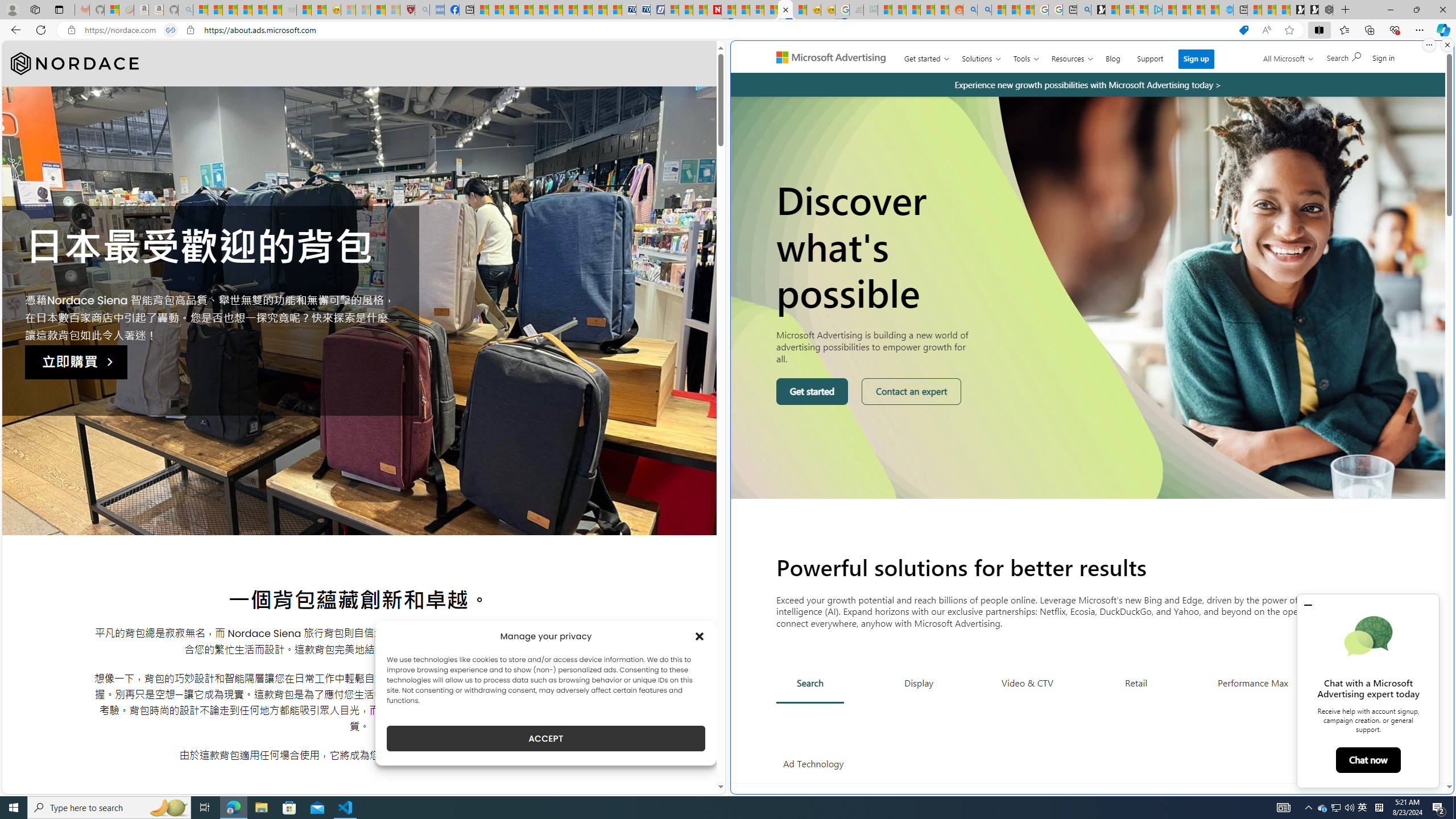 This screenshot has height=819, width=1456. I want to click on 'Utah sues federal government - Search', so click(983, 9).